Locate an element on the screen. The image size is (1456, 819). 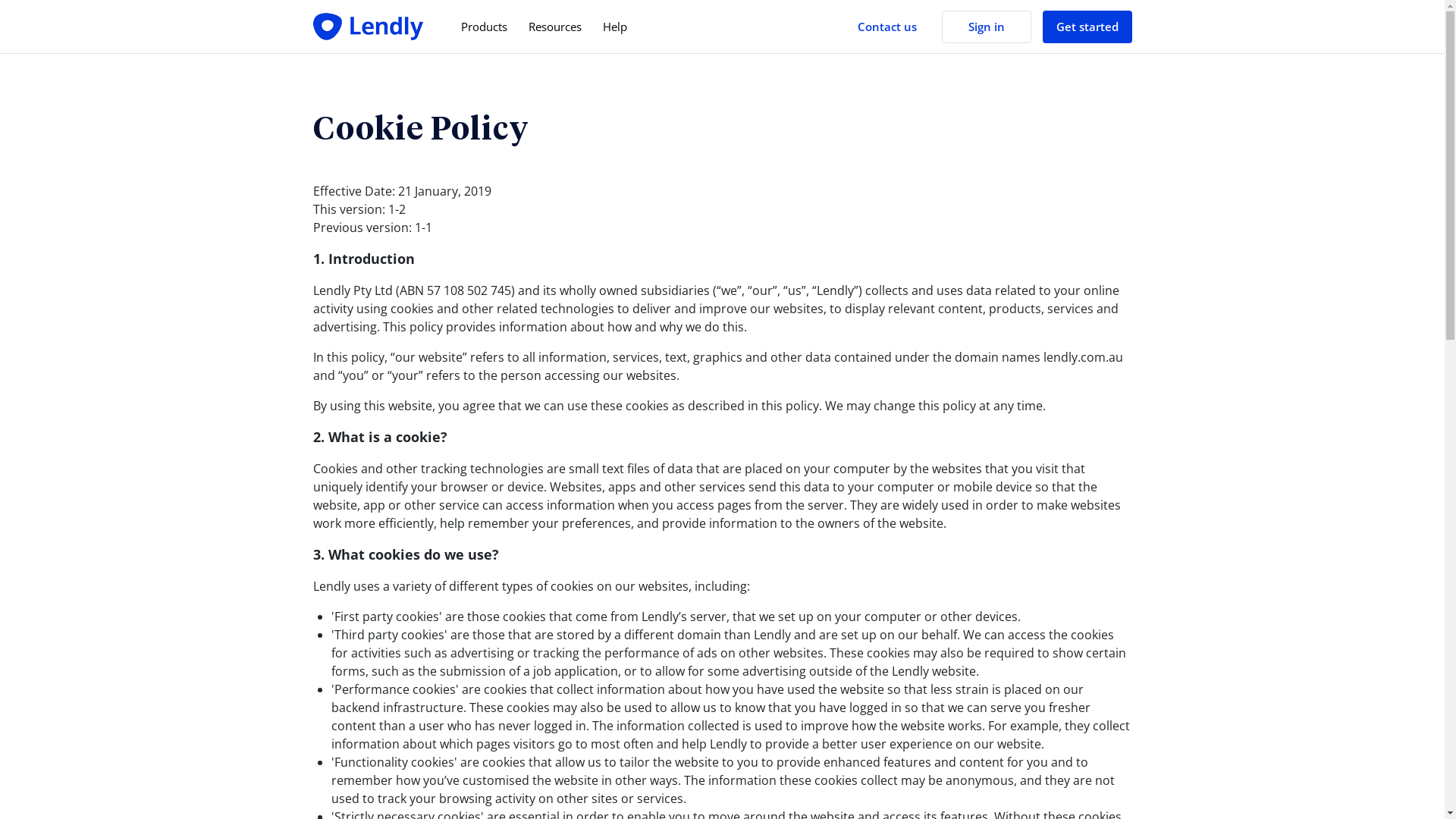
'Sign in' is located at coordinates (986, 27).